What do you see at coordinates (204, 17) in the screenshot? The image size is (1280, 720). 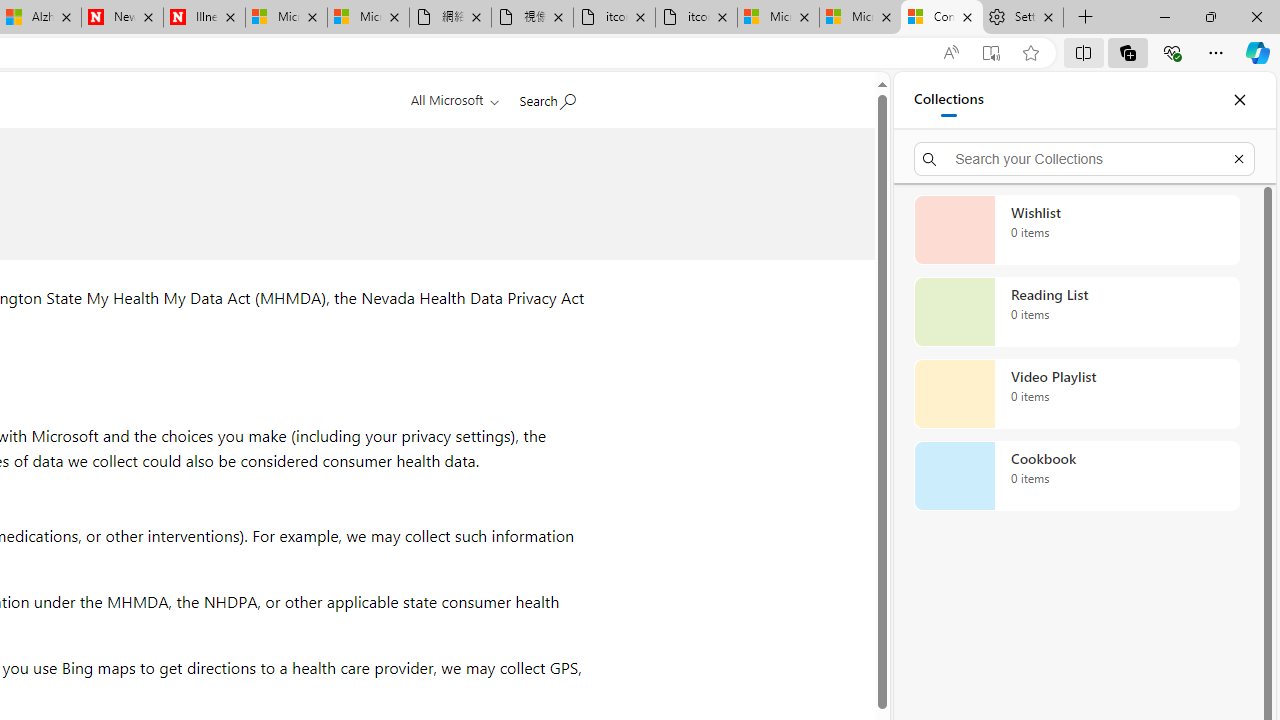 I see `'Illness news & latest pictures from Newsweek.com'` at bounding box center [204, 17].